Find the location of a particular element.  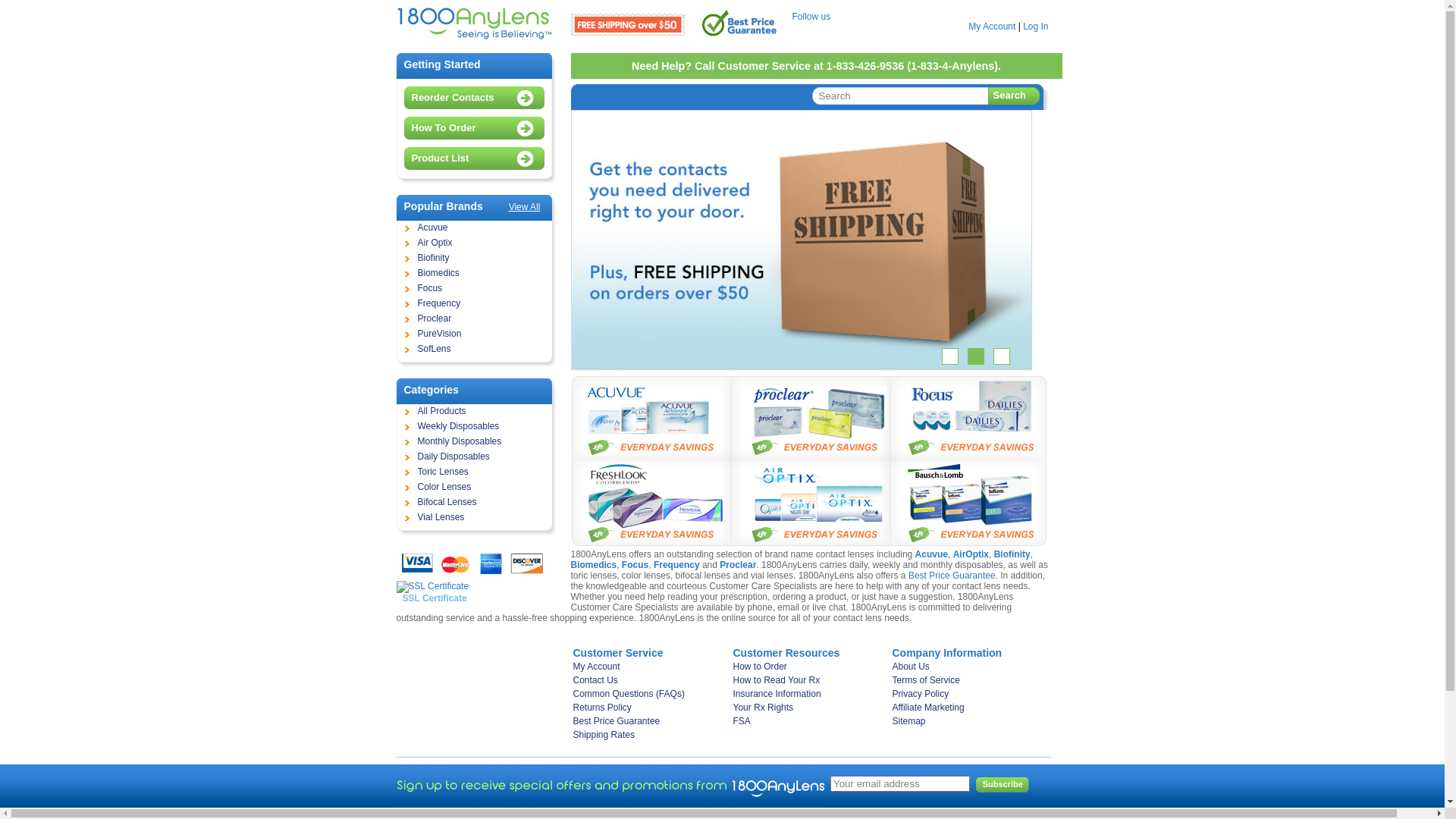

'View All' is located at coordinates (524, 207).